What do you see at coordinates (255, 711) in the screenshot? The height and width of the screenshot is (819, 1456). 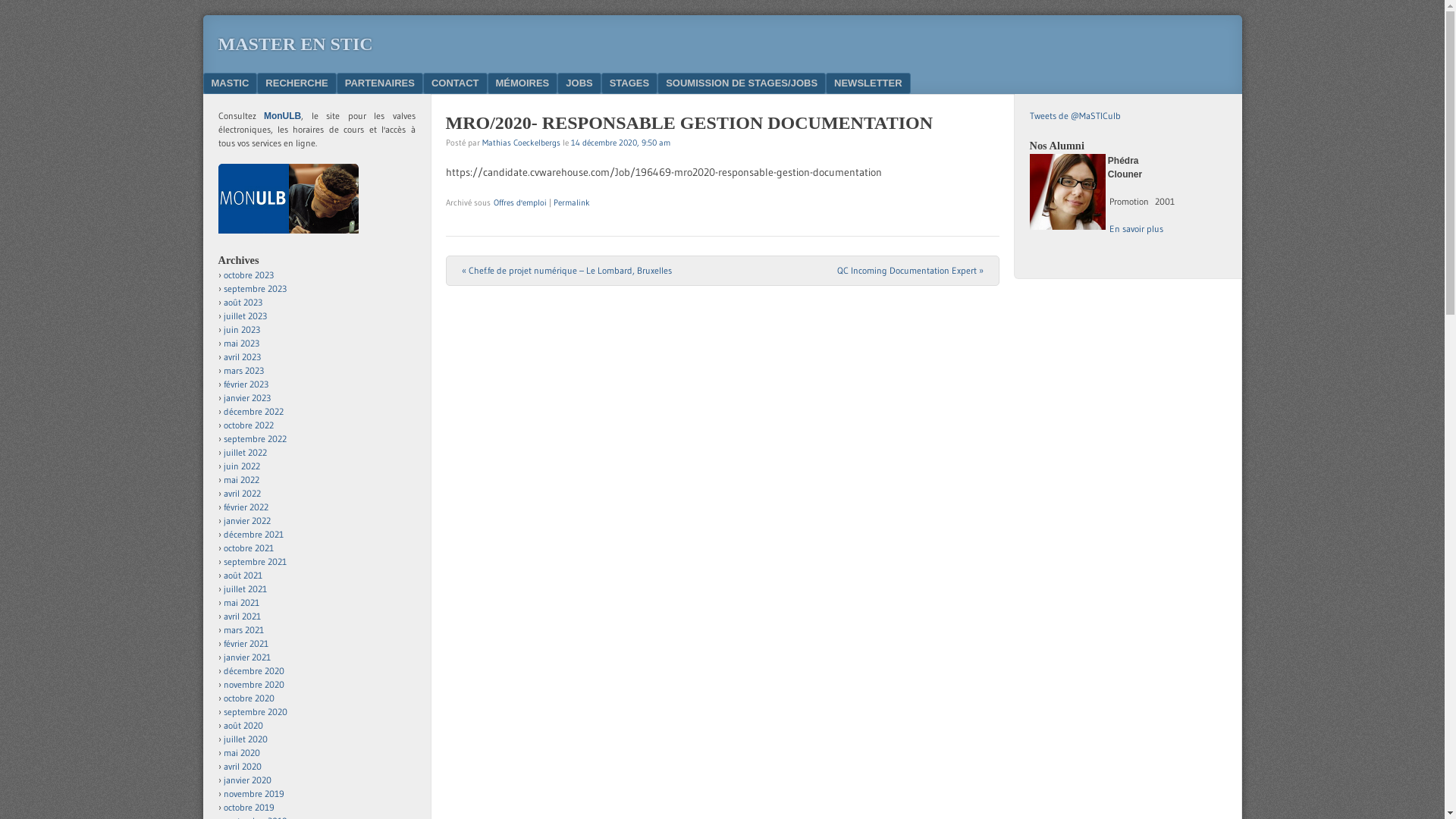 I see `'septembre 2020'` at bounding box center [255, 711].